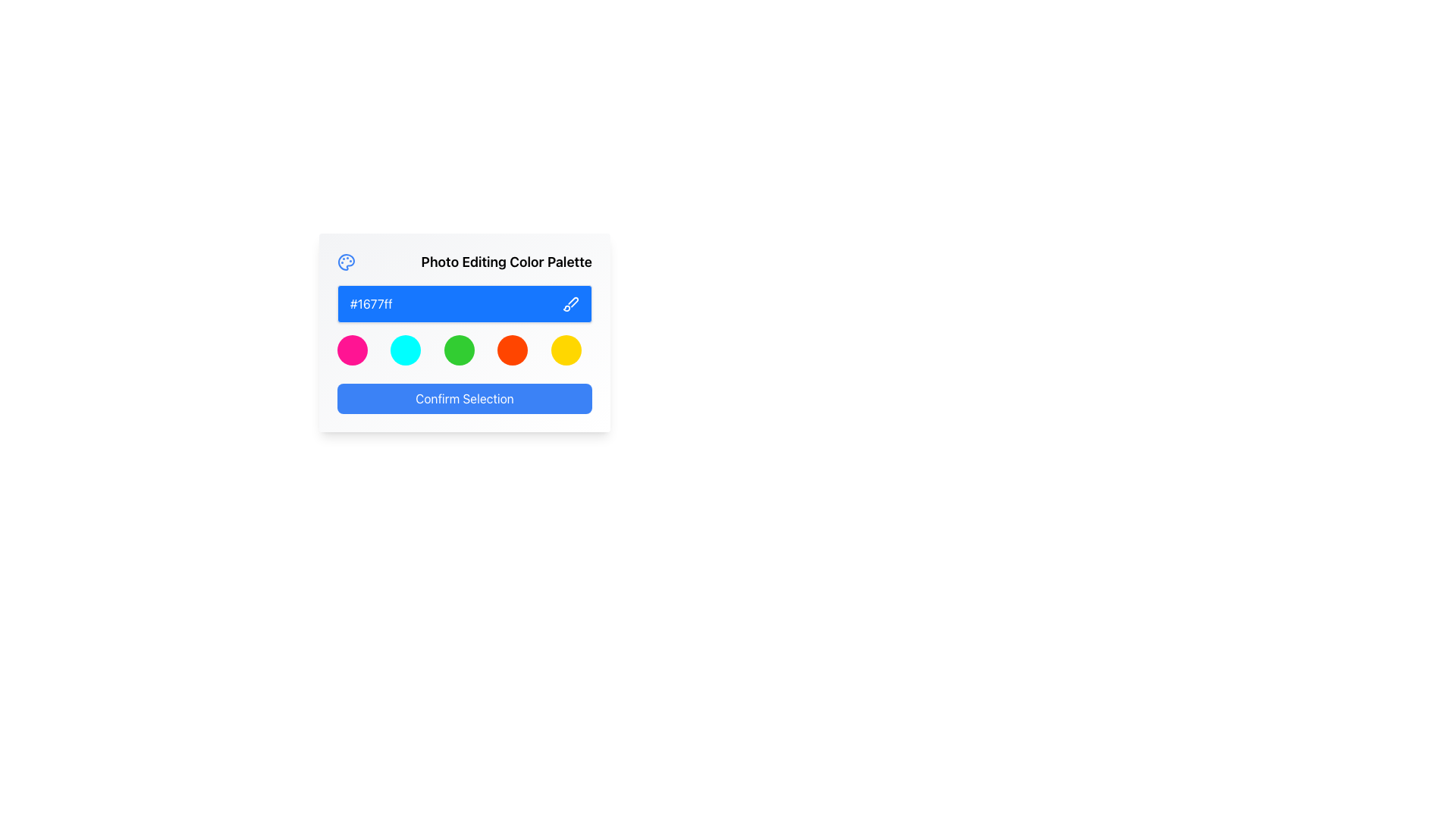 The image size is (1456, 819). What do you see at coordinates (464, 262) in the screenshot?
I see `the Text label with an accompanying icon at the top of the card, which indicates photo editing and color selection controls` at bounding box center [464, 262].